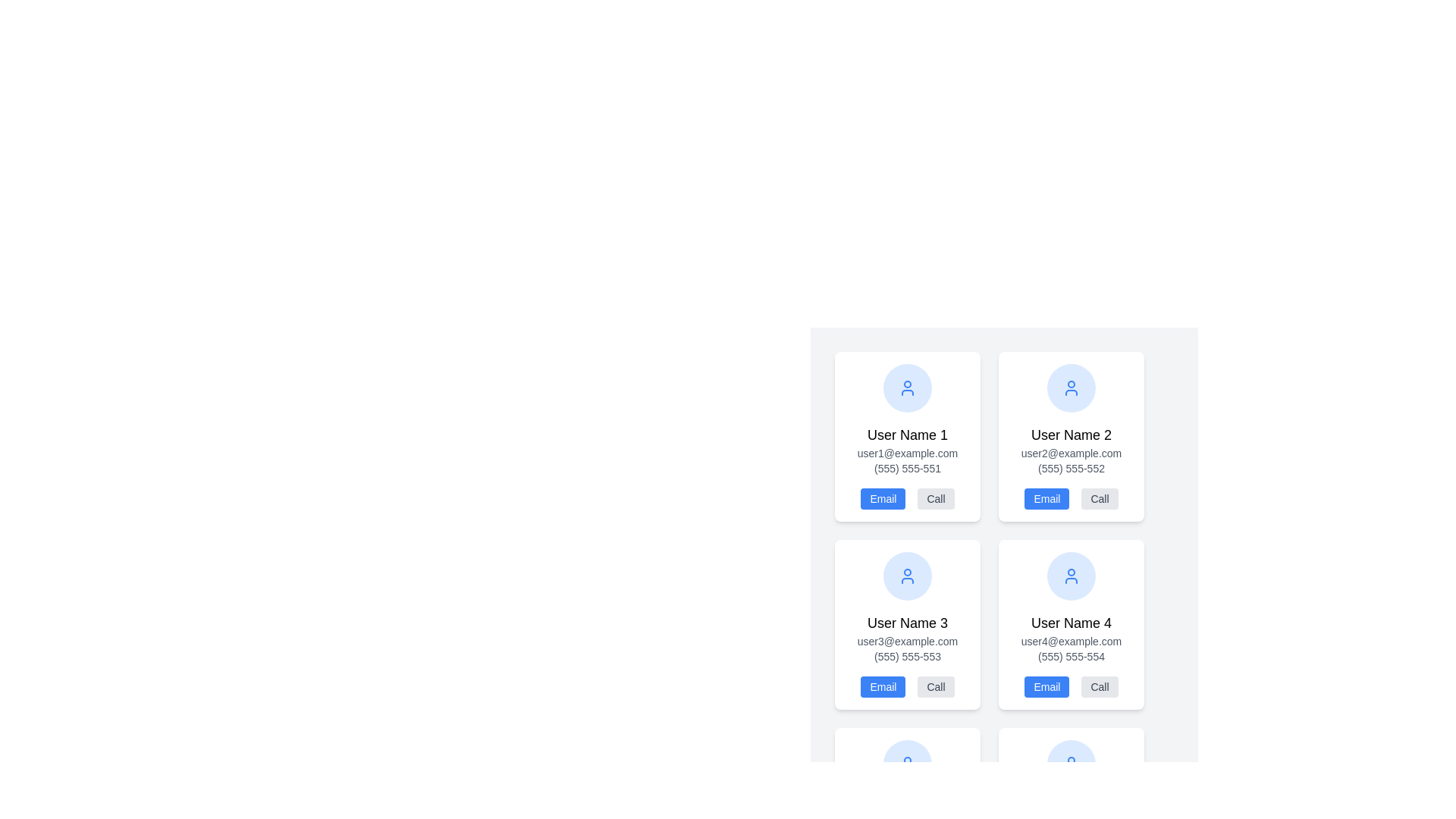  I want to click on the 'Email' button, which is a rectangular button with white text on a blue background, located as the first button in a two-button group adjacent to the 'Call' button, associated with 'User Name 4', so click(1046, 687).